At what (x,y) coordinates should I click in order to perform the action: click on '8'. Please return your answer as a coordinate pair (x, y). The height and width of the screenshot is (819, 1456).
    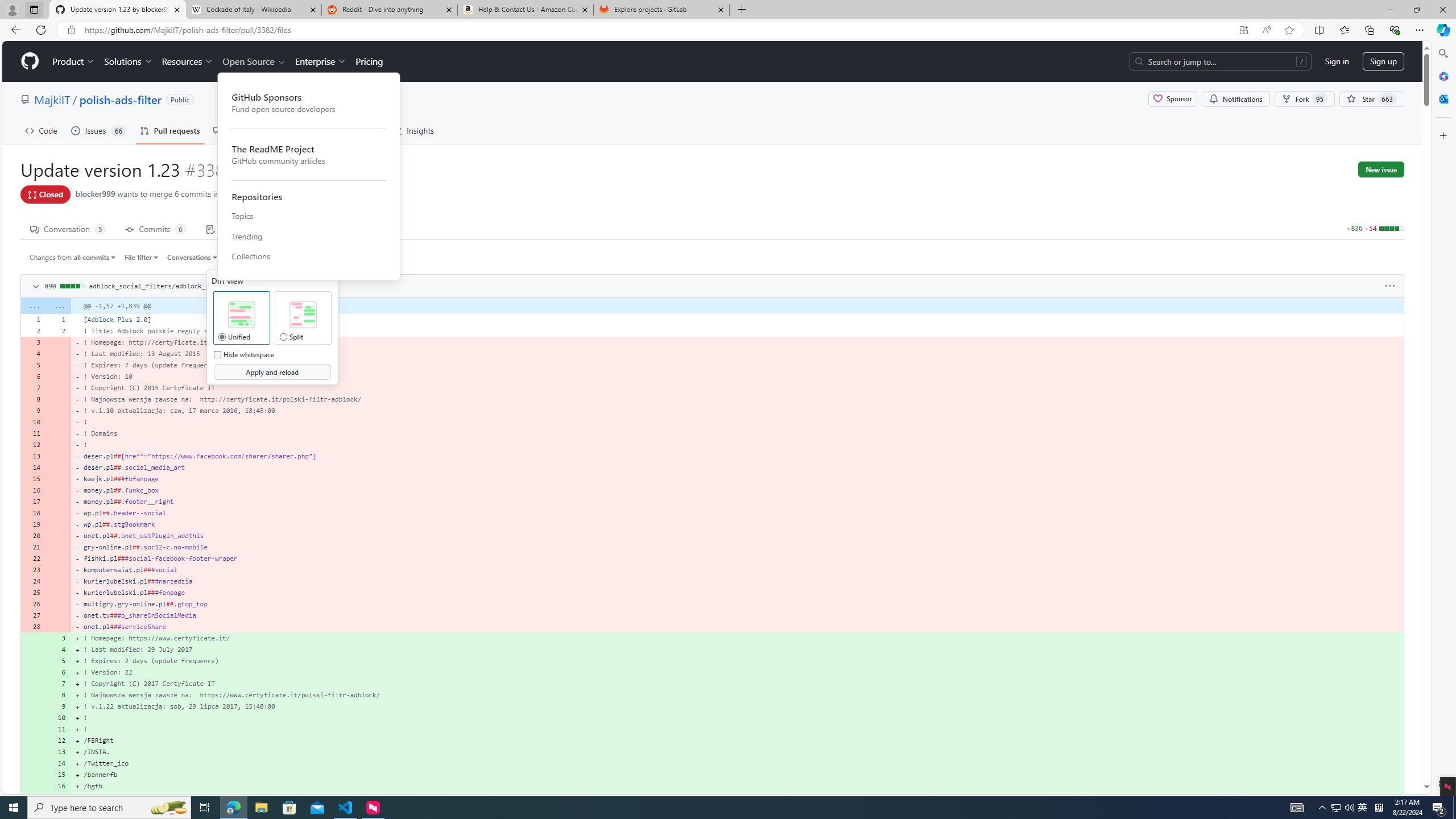
    Looking at the image, I should click on (58, 694).